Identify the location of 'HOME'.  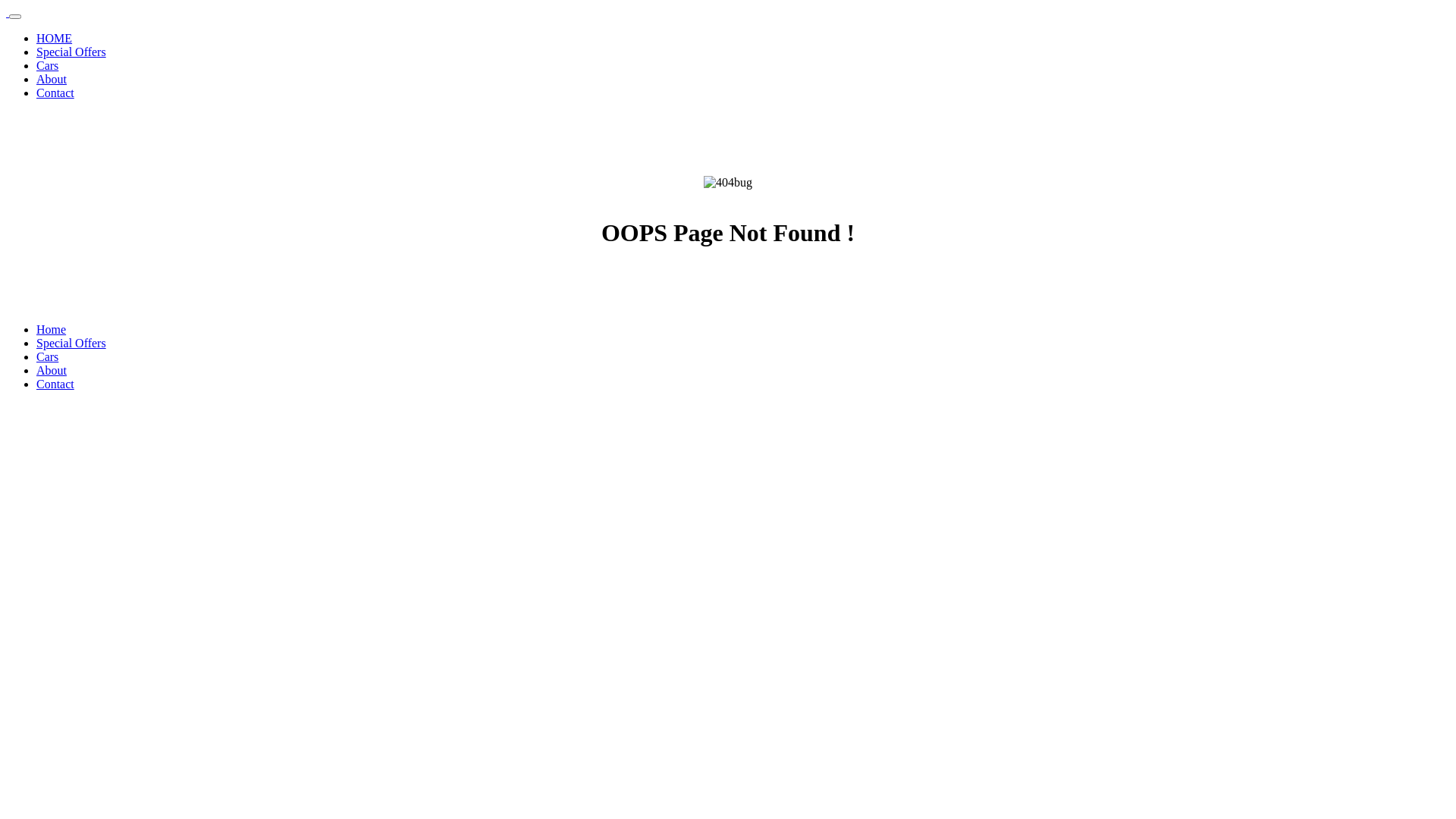
(54, 37).